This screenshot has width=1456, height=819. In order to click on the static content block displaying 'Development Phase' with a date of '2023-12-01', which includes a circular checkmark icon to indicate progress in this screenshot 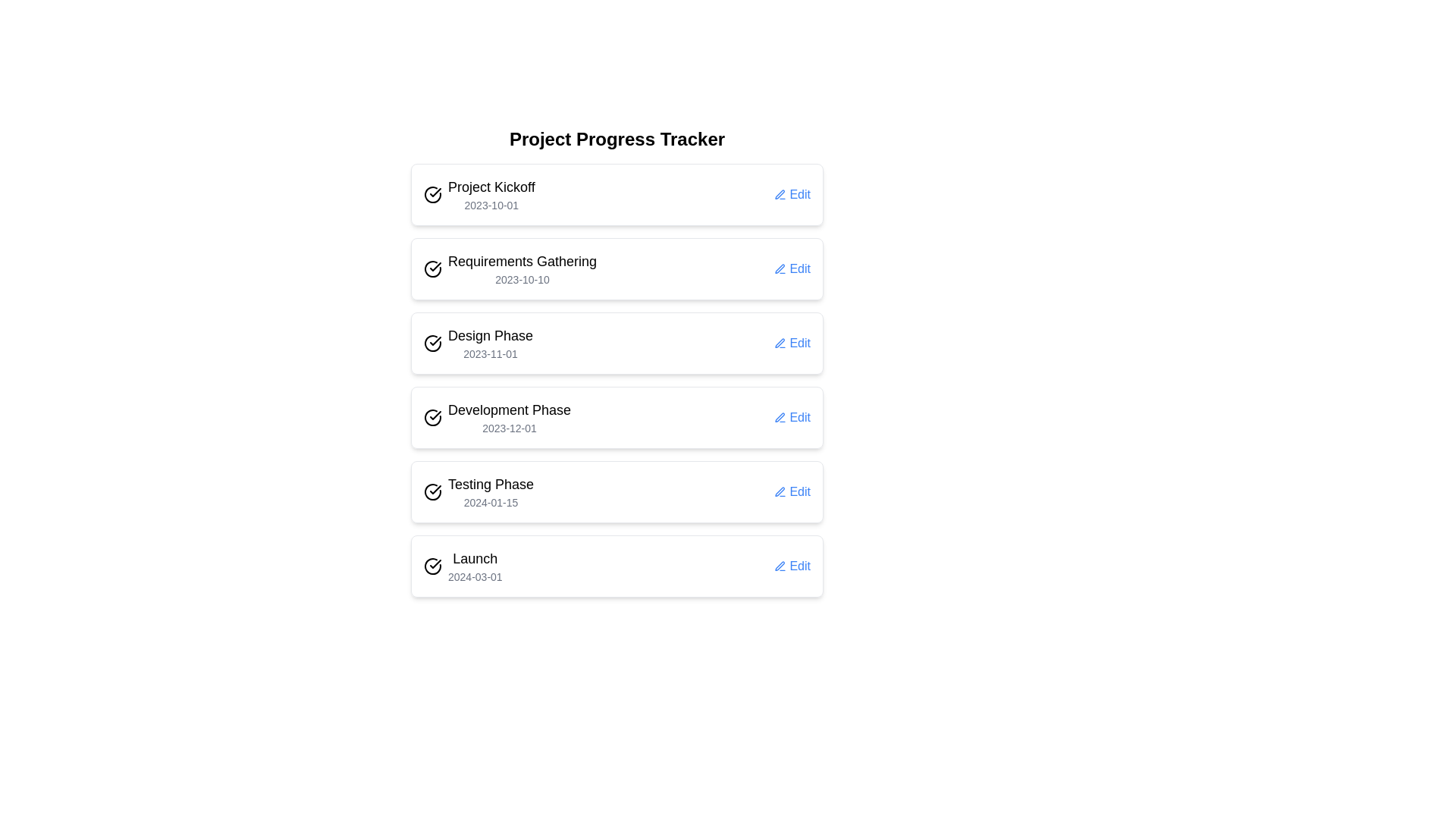, I will do `click(497, 418)`.